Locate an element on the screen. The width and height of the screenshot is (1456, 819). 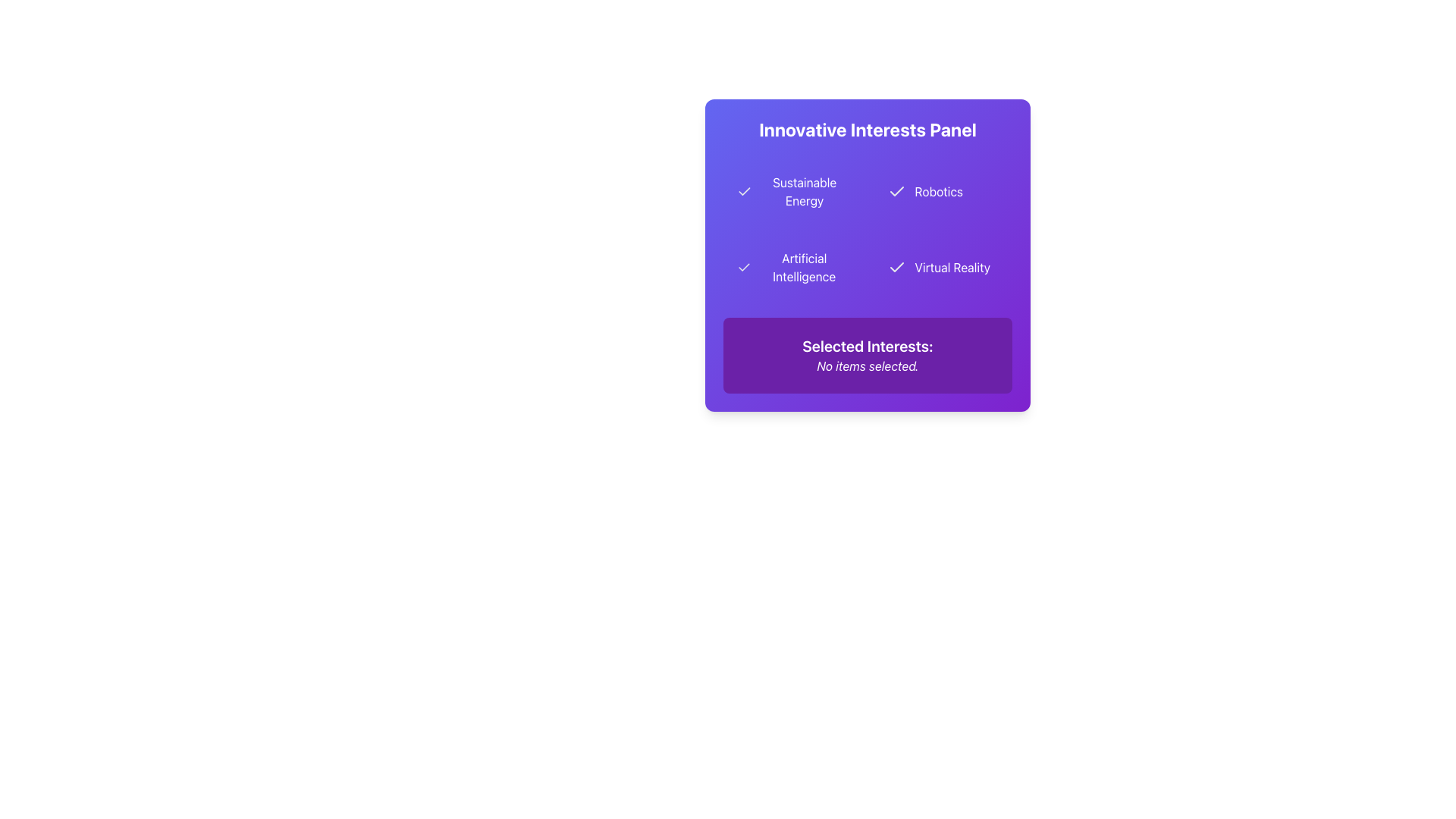
the checkmark icon that indicates the selection status of the 'Virtual Reality' option, located in the bottom-right quadrant of the purple gradient panel is located at coordinates (896, 266).